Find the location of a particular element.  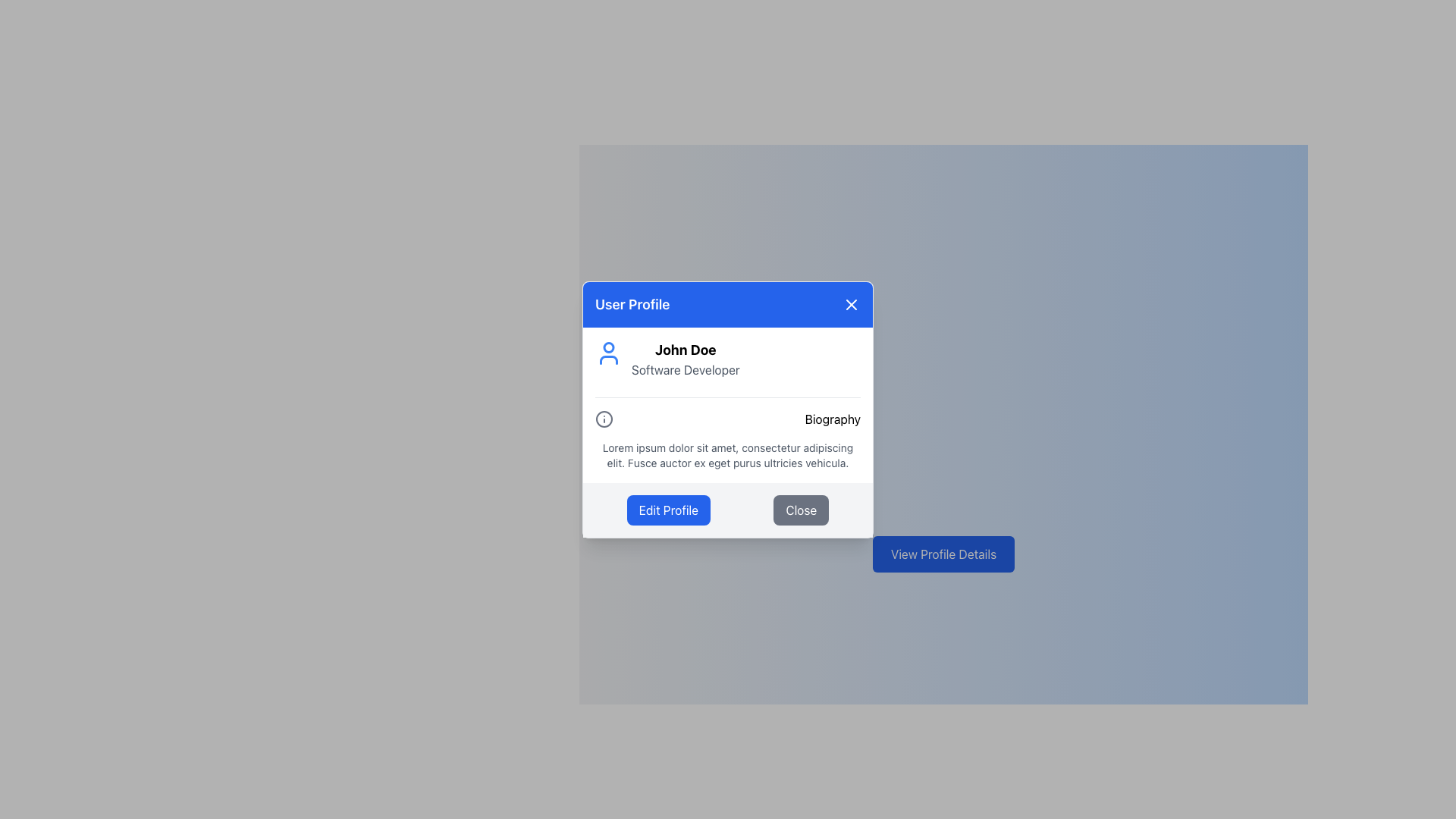

the Text Label that serves as the title of the modal or dialog box related to the user profile, positioned near the top-left corner of the header area is located at coordinates (632, 304).